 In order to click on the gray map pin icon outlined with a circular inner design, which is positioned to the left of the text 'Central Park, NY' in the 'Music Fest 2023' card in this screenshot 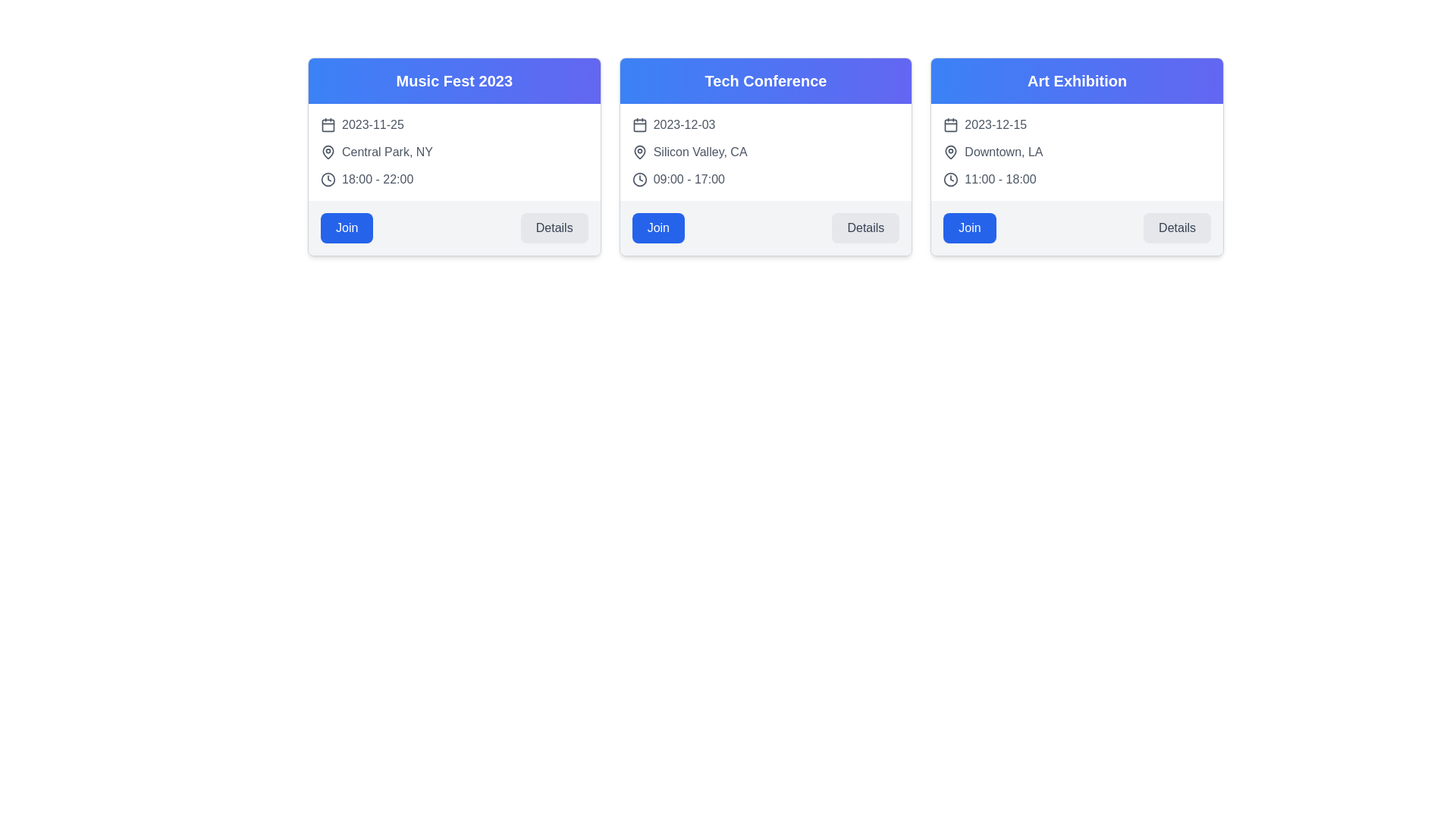, I will do `click(327, 152)`.